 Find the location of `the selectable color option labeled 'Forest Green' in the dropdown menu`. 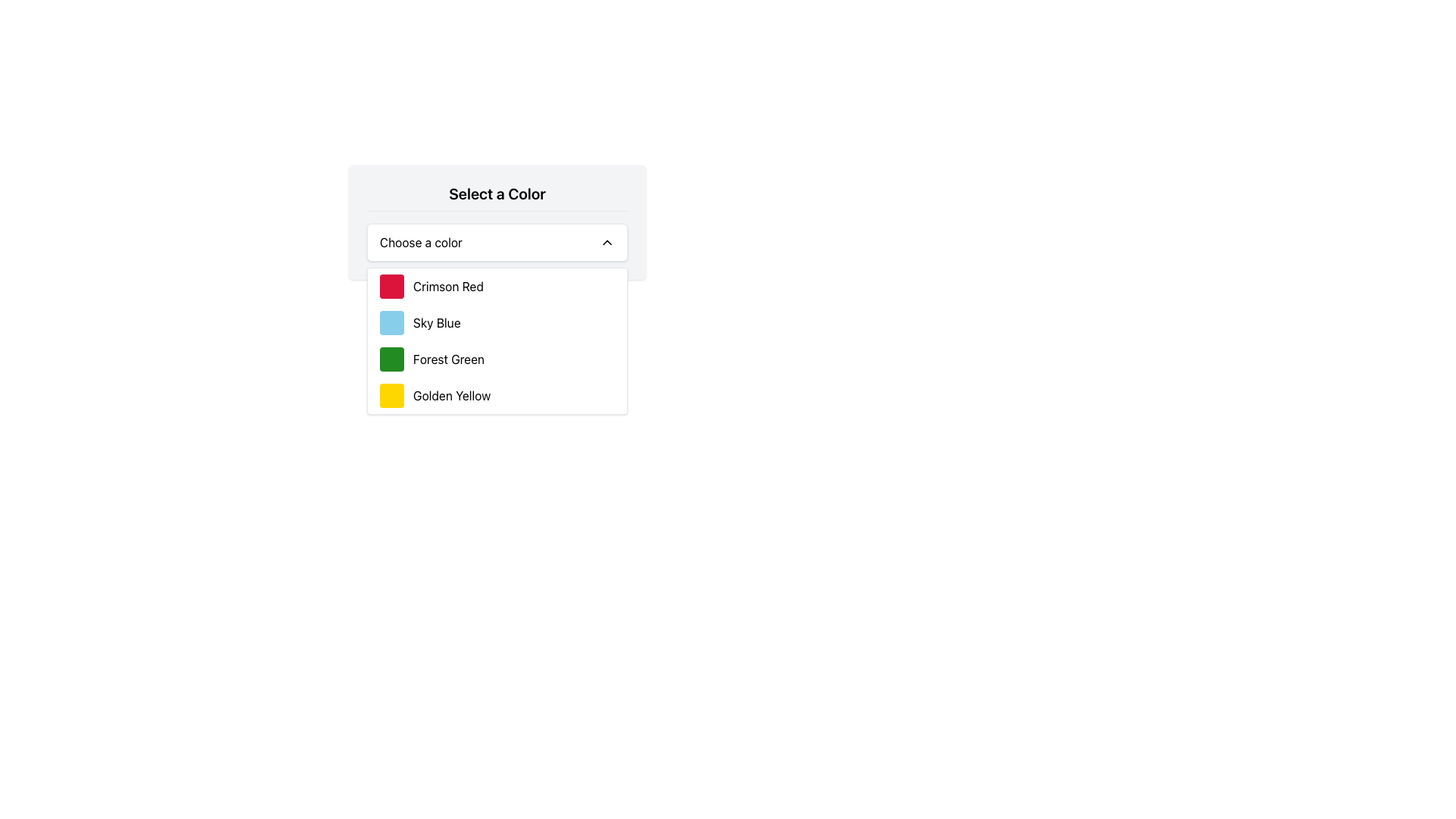

the selectable color option labeled 'Forest Green' in the dropdown menu is located at coordinates (447, 359).